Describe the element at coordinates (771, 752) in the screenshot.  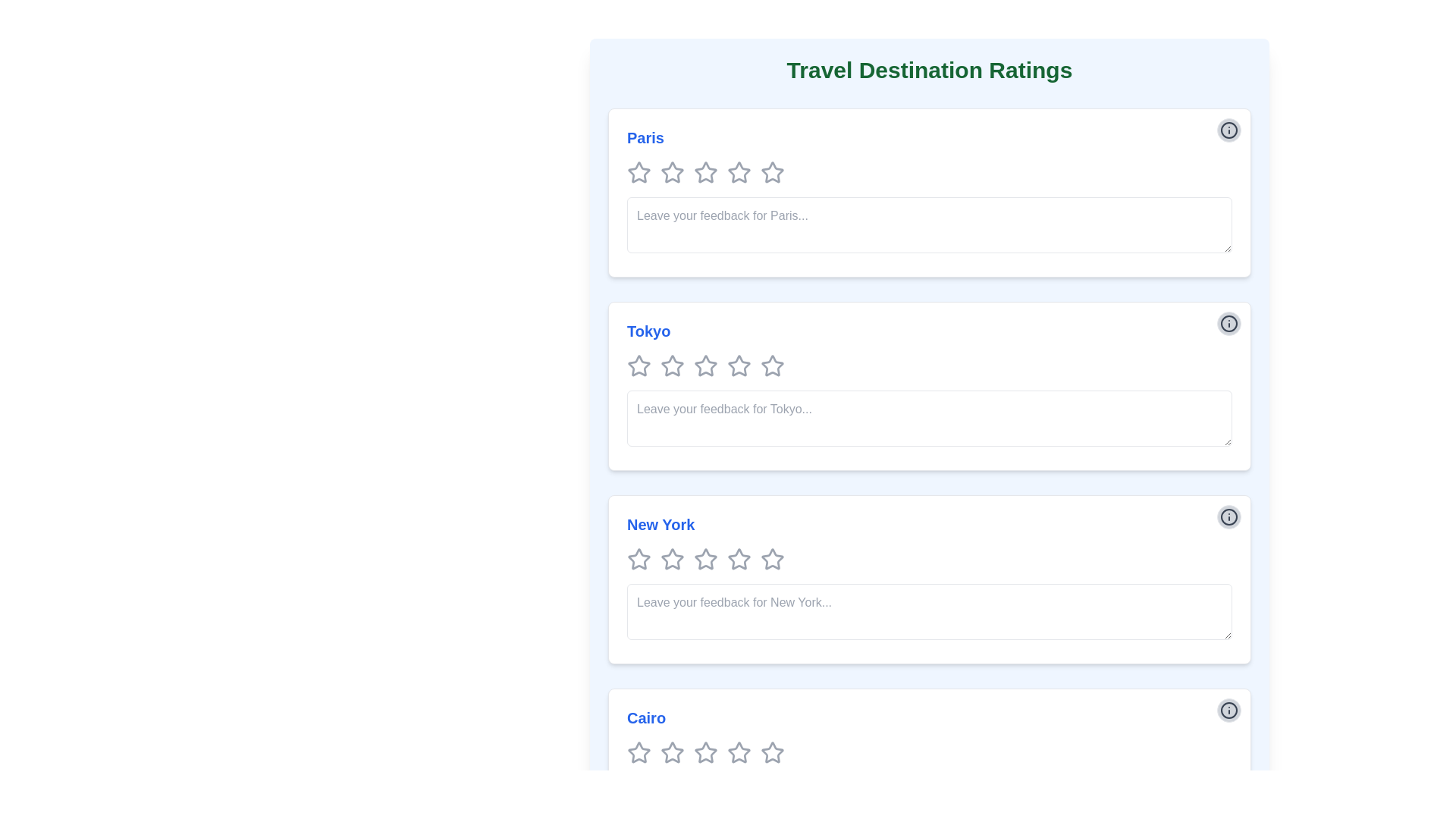
I see `the fourth star icon in the row of five stars` at that location.